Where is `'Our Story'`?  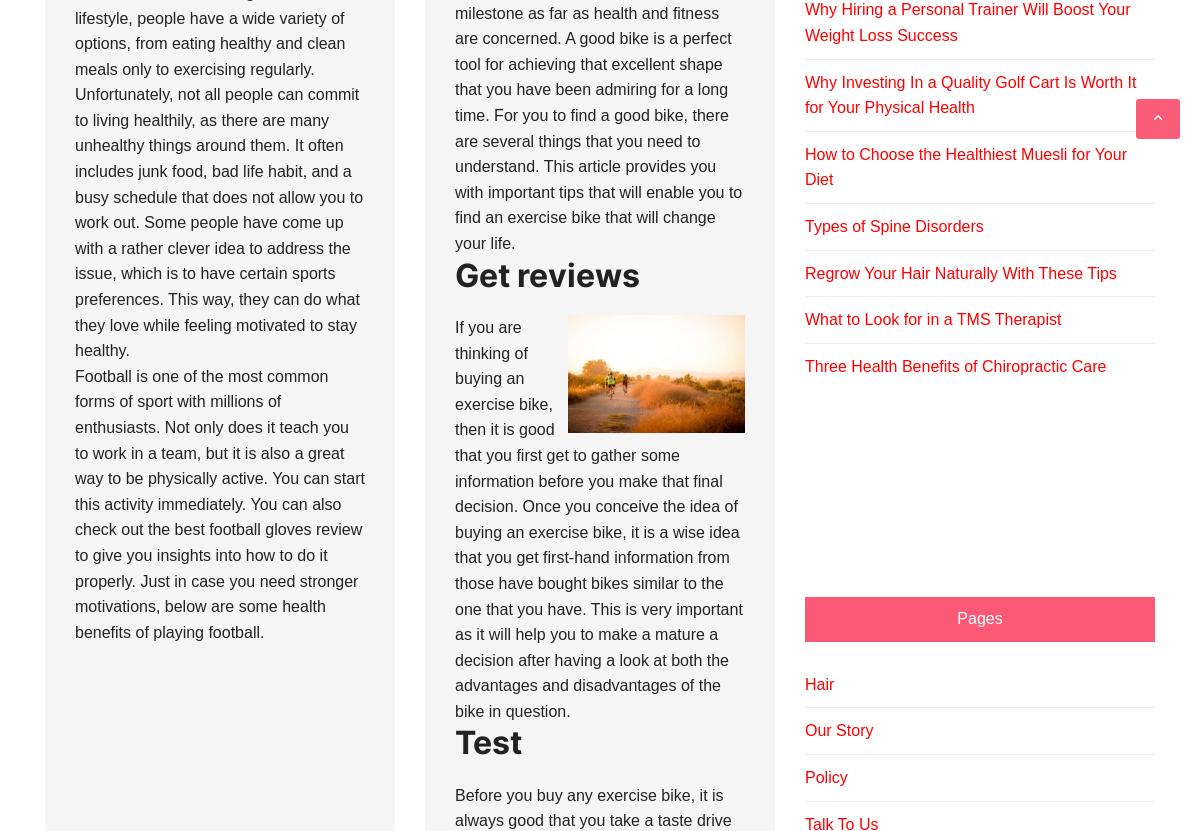 'Our Story' is located at coordinates (838, 729).